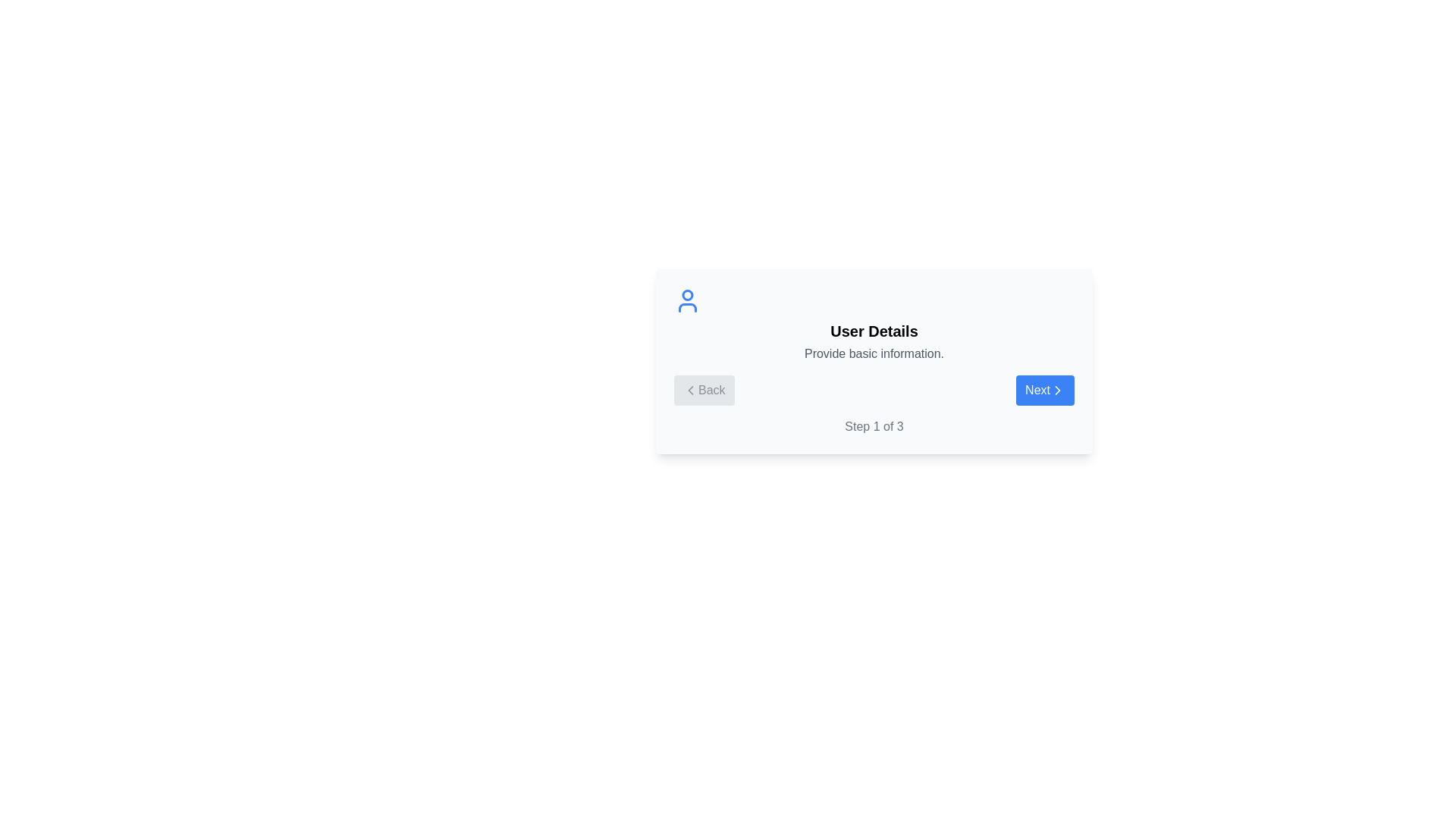  Describe the element at coordinates (703, 390) in the screenshot. I see `the Back button to navigate the stepper` at that location.